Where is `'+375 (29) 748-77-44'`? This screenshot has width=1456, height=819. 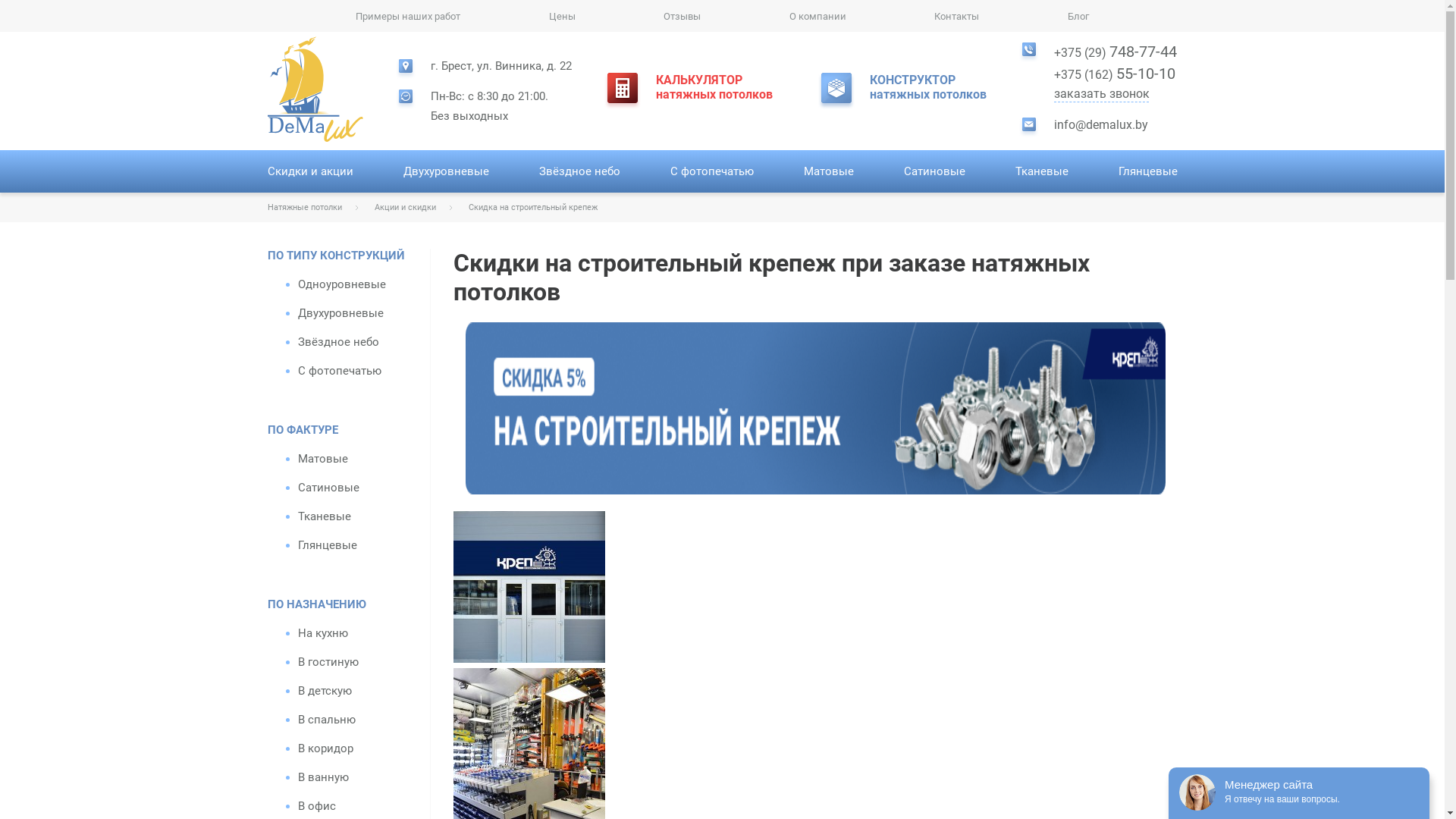 '+375 (29) 748-77-44' is located at coordinates (1115, 51).